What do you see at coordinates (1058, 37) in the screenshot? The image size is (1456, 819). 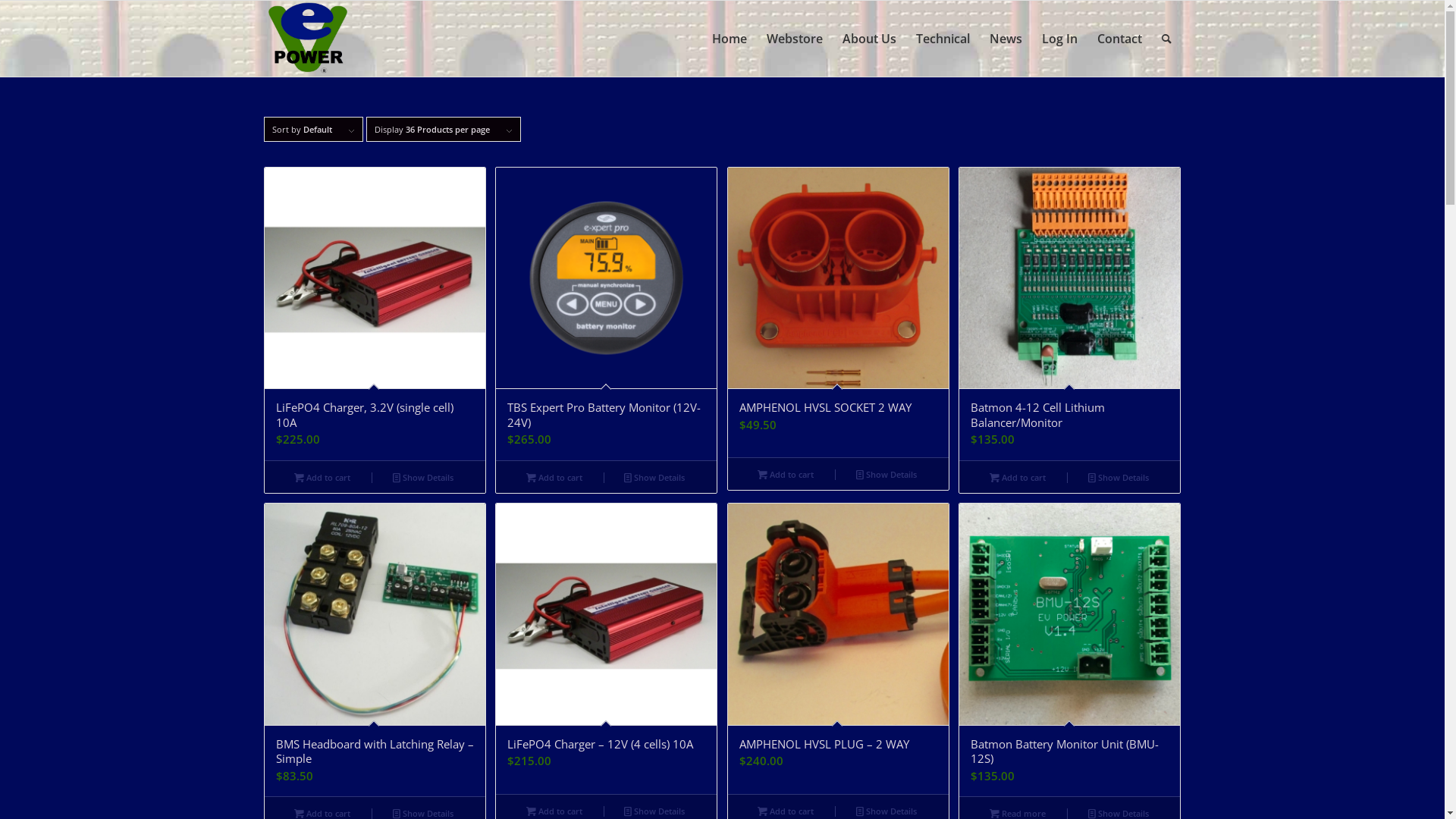 I see `'Log In'` at bounding box center [1058, 37].